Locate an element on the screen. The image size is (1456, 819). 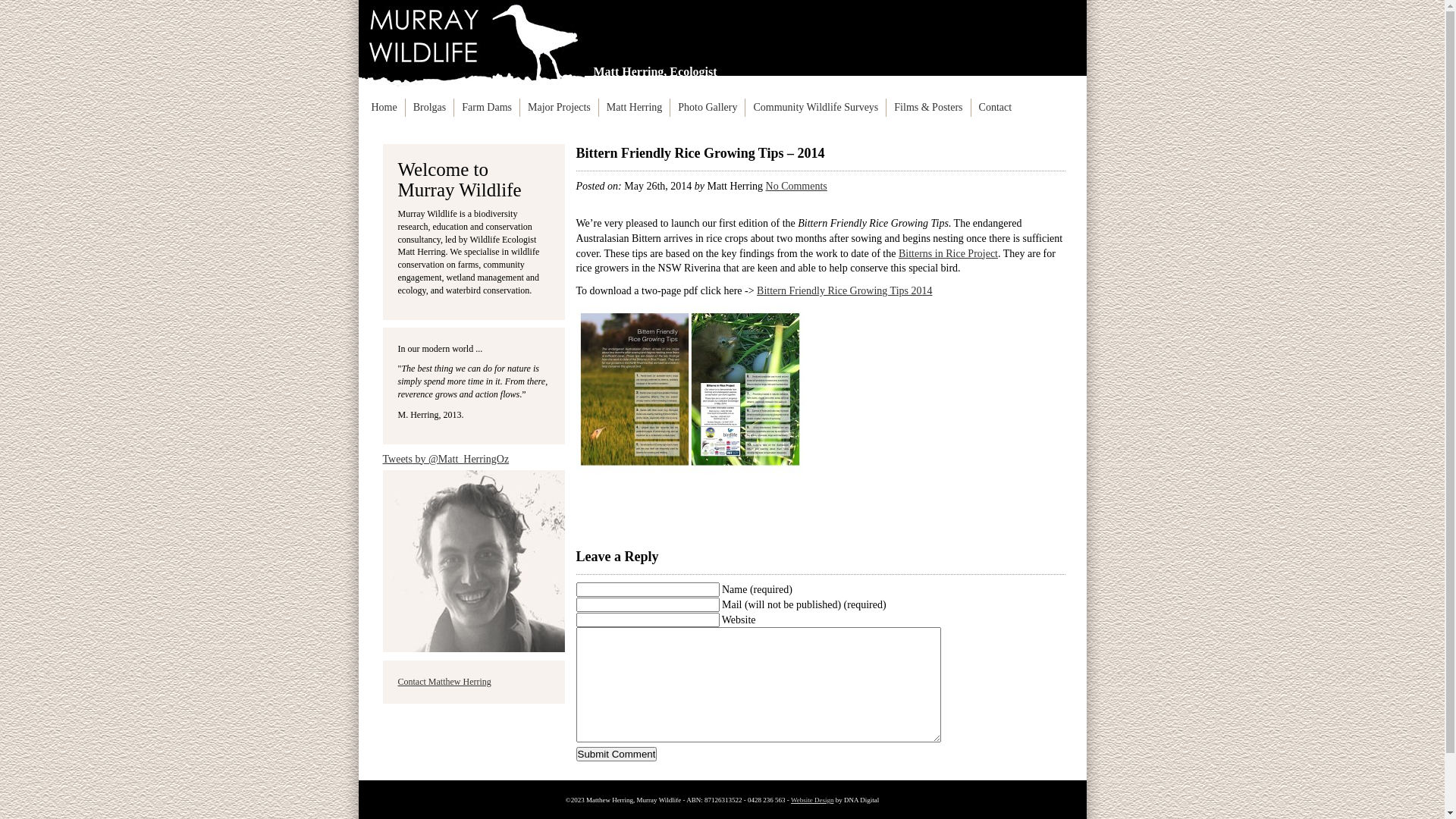
'No Comments' is located at coordinates (795, 185).